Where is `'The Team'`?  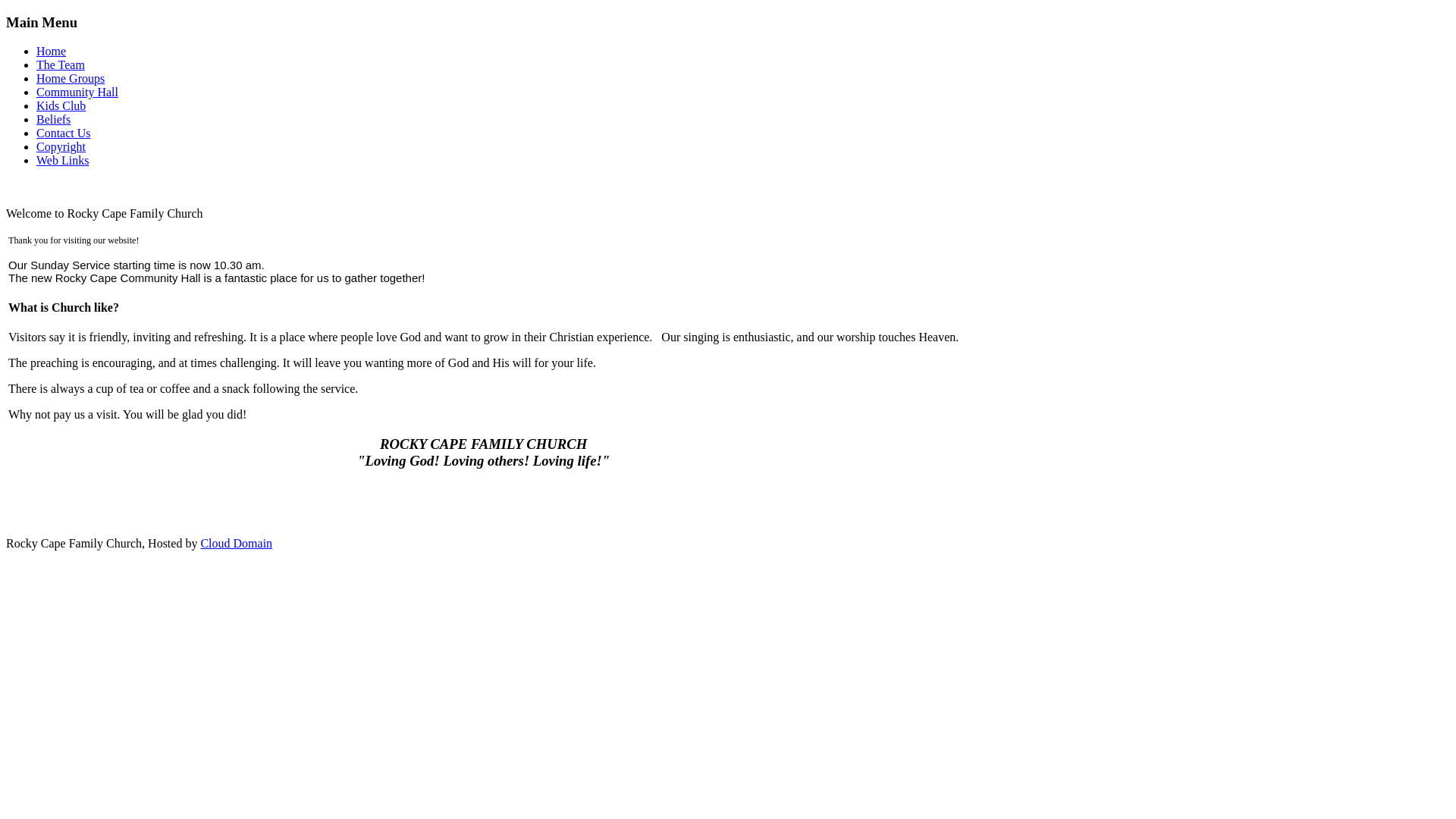 'The Team' is located at coordinates (61, 64).